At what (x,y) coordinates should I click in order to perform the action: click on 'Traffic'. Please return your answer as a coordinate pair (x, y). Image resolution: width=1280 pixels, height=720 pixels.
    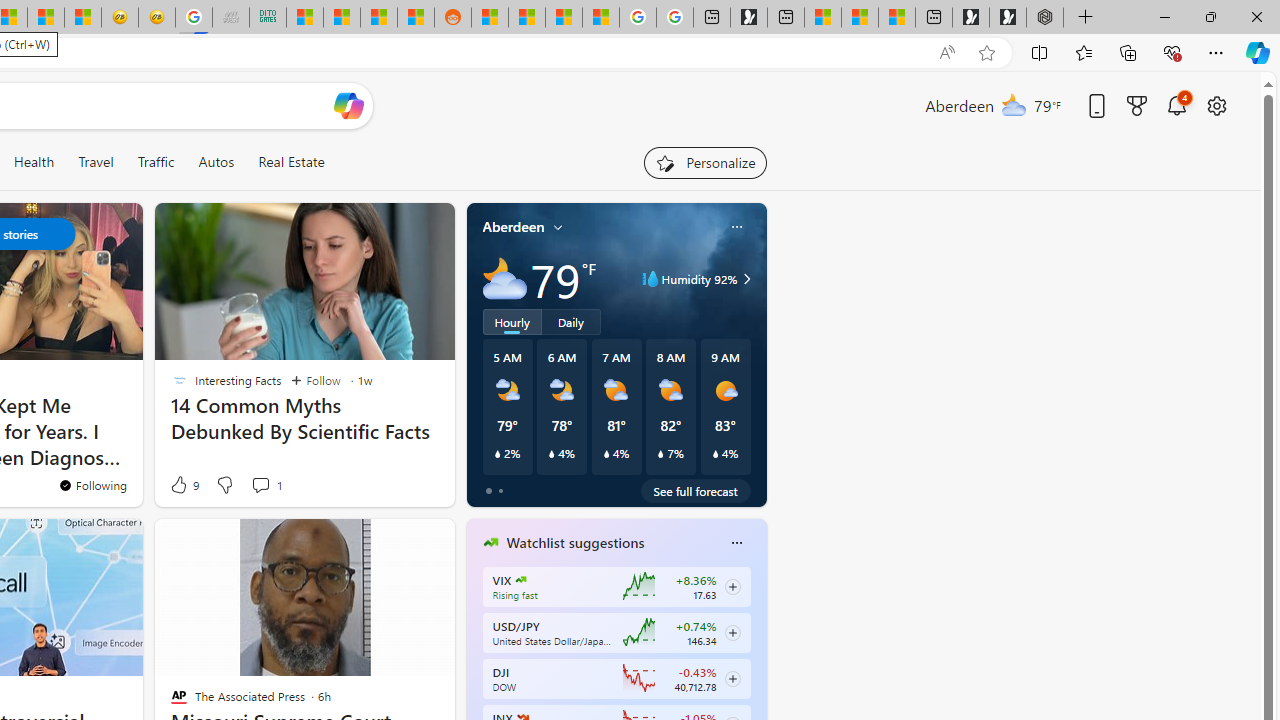
    Looking at the image, I should click on (155, 161).